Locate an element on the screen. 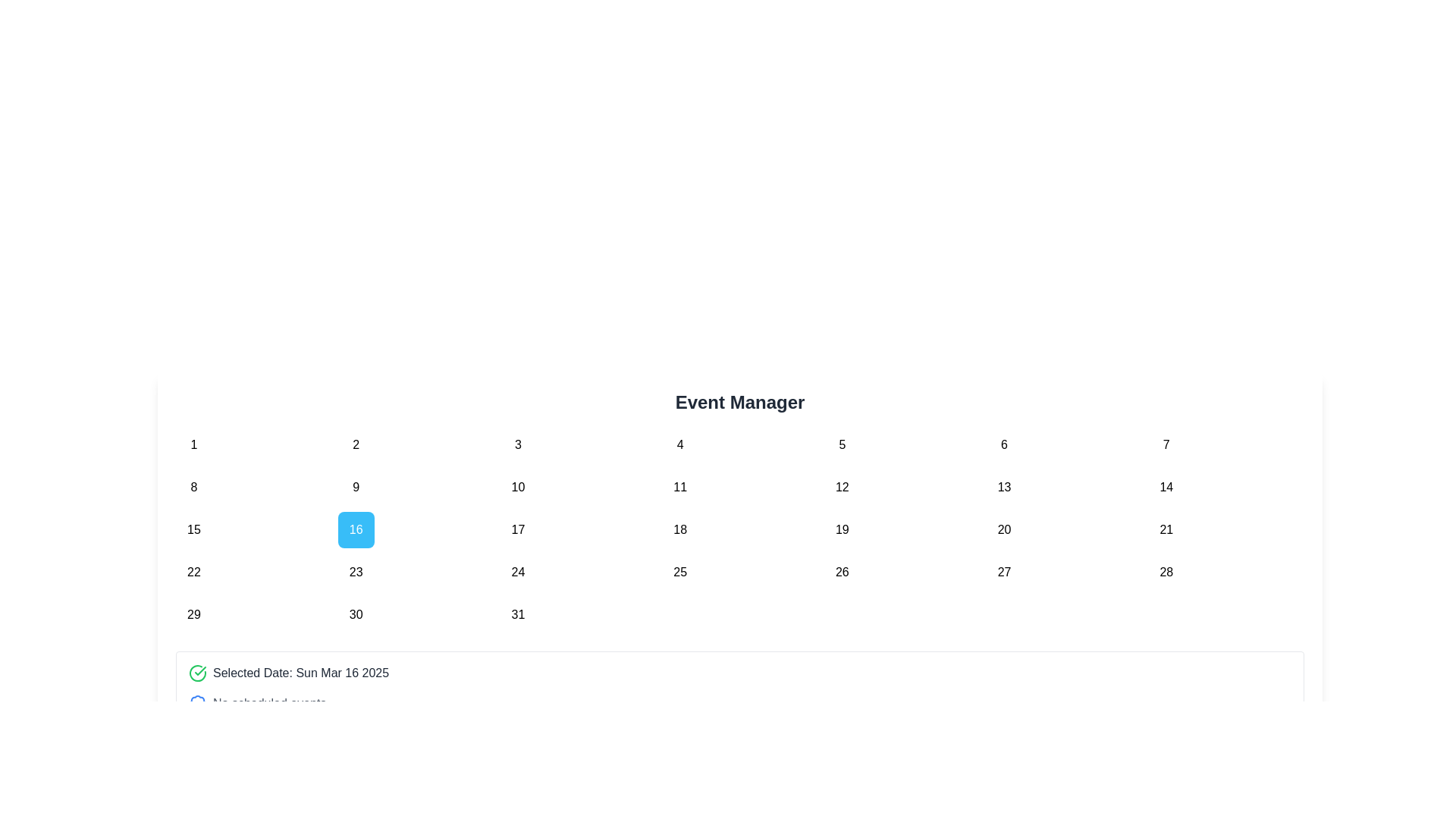 The height and width of the screenshot is (819, 1456). the button representing a selectable date in the calendar interface, located in the fourth row and sixth position is located at coordinates (1004, 529).